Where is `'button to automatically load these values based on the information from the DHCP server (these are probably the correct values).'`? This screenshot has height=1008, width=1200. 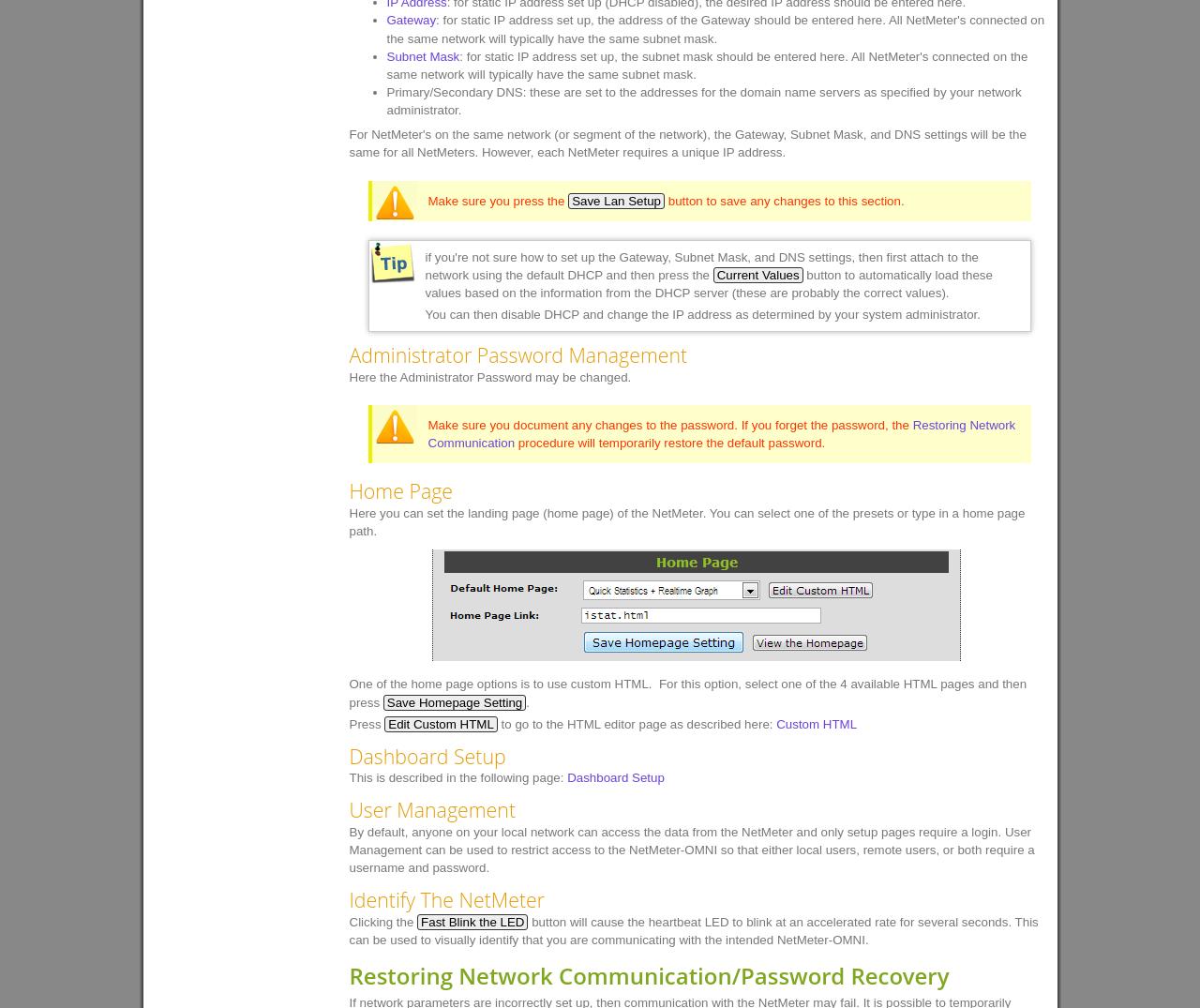
'button to automatically load these values based on the information from the DHCP server (these are probably the correct values).' is located at coordinates (707, 282).